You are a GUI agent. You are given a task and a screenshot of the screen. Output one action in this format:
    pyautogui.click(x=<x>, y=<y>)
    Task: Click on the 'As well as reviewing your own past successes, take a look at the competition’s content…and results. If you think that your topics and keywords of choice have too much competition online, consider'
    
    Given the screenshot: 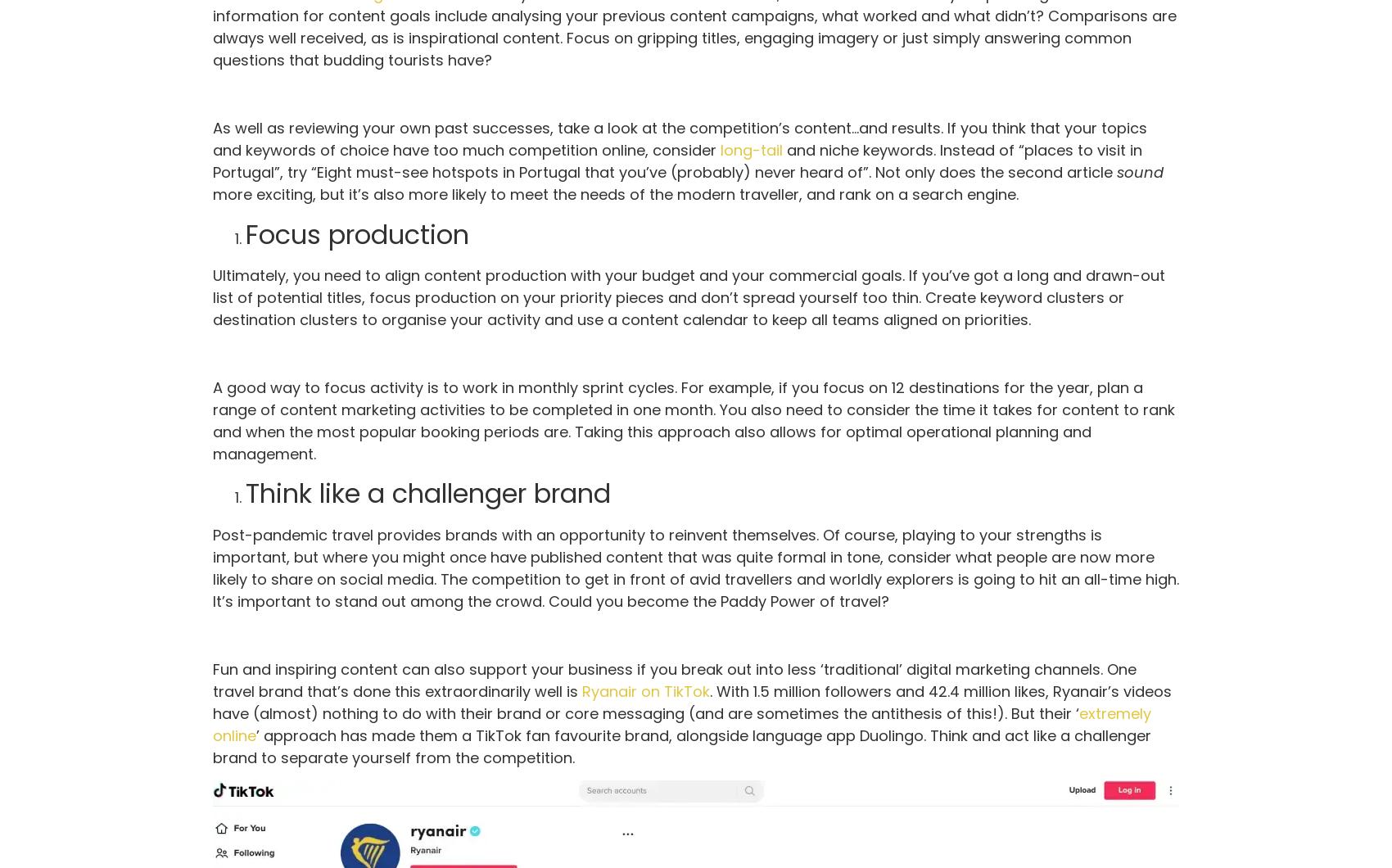 What is the action you would take?
    pyautogui.click(x=679, y=138)
    